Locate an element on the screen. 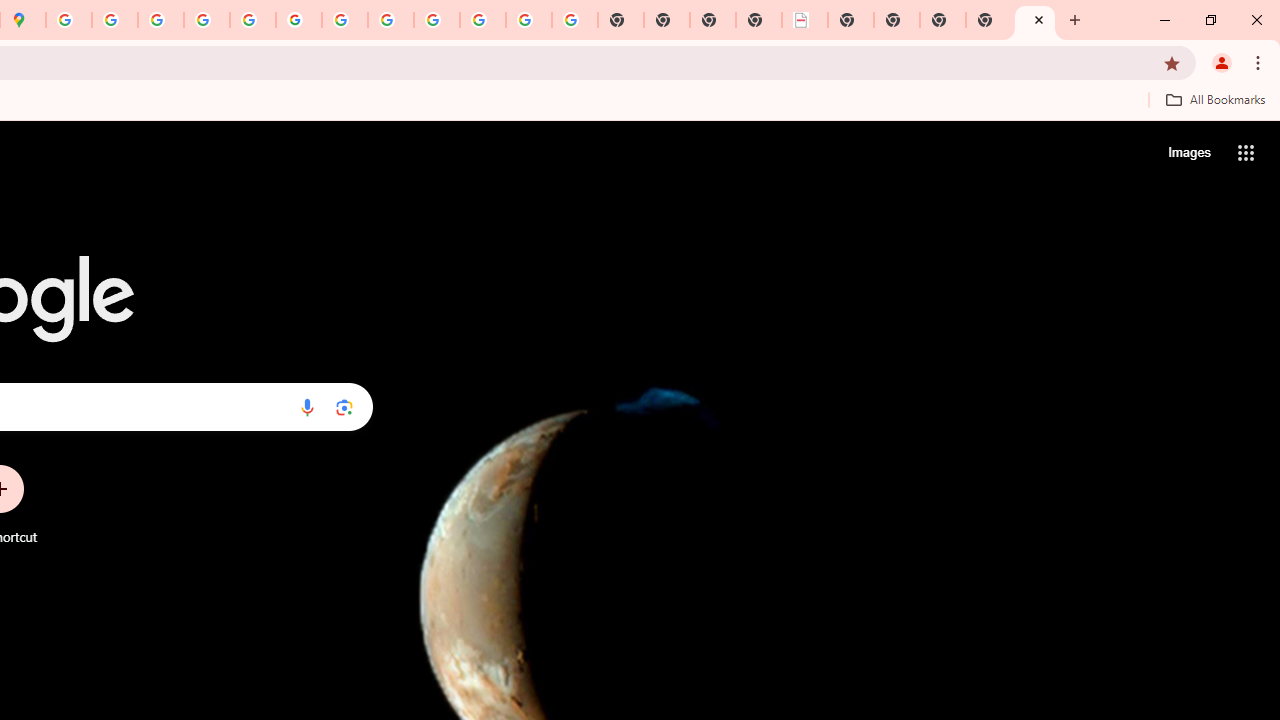 The width and height of the screenshot is (1280, 720). 'YouTube' is located at coordinates (345, 20).